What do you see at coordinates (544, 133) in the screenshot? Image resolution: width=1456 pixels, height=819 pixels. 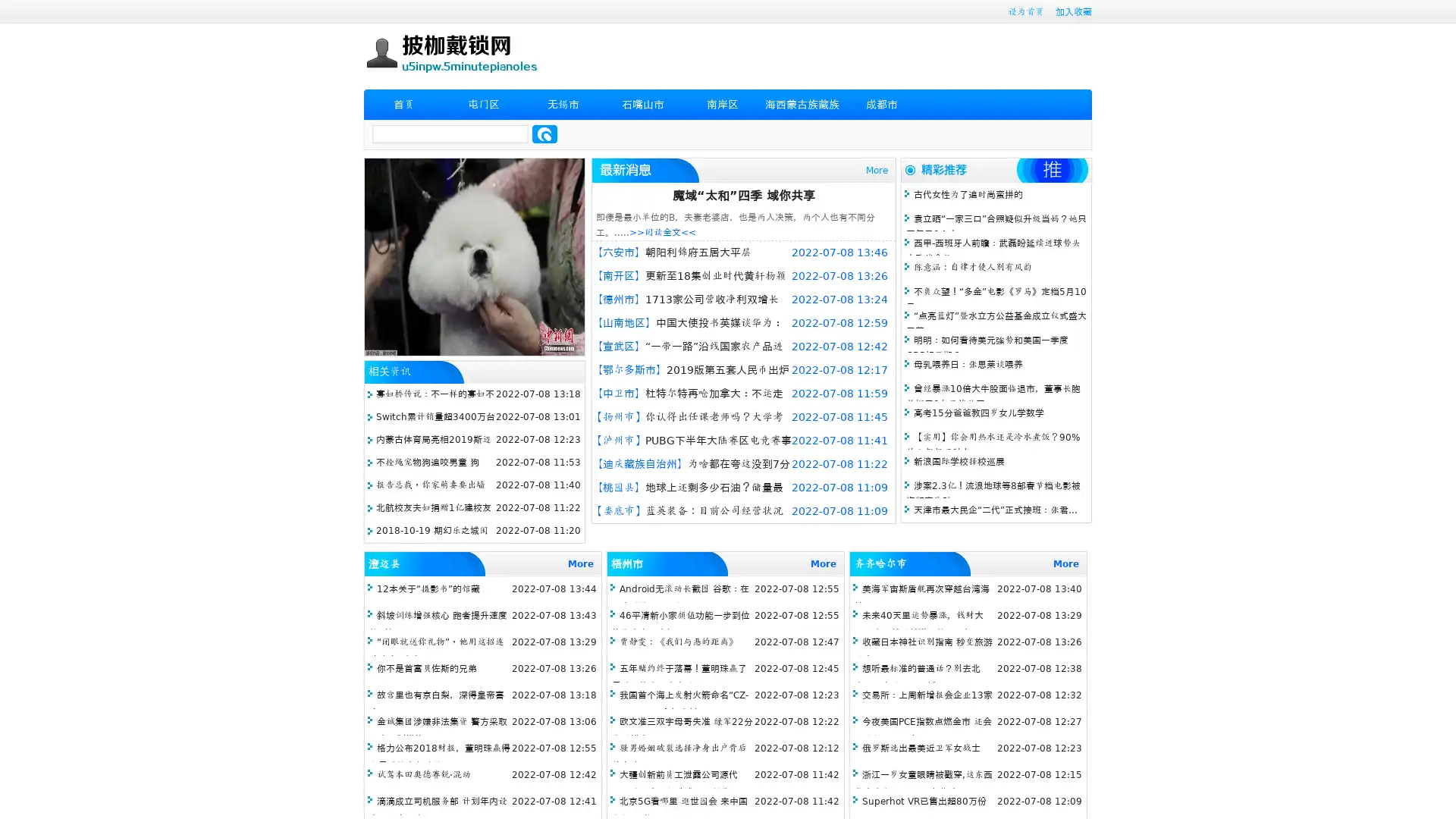 I see `Search` at bounding box center [544, 133].